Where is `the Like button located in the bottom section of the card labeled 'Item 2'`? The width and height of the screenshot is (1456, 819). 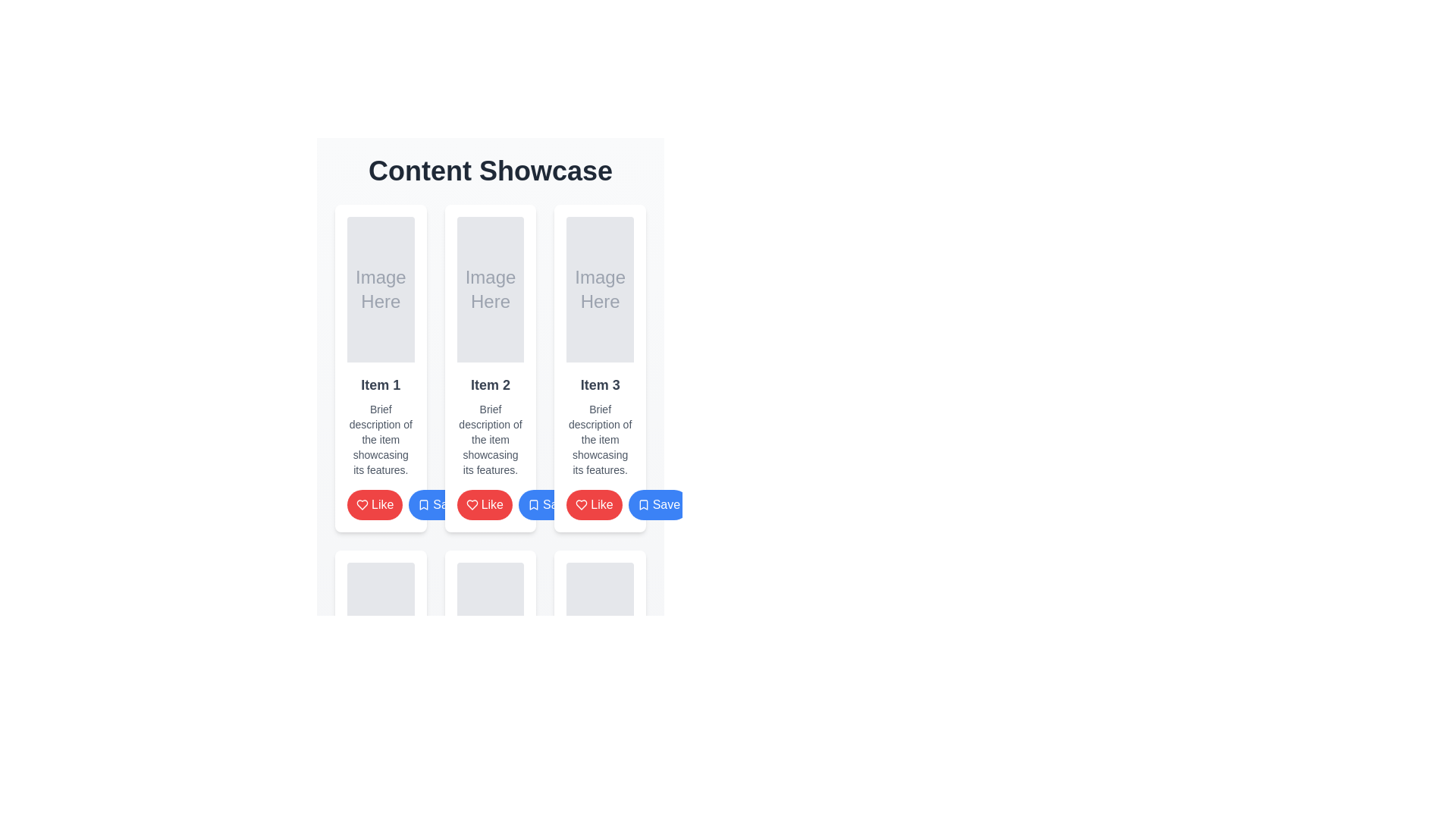 the Like button located in the bottom section of the card labeled 'Item 2' is located at coordinates (484, 505).